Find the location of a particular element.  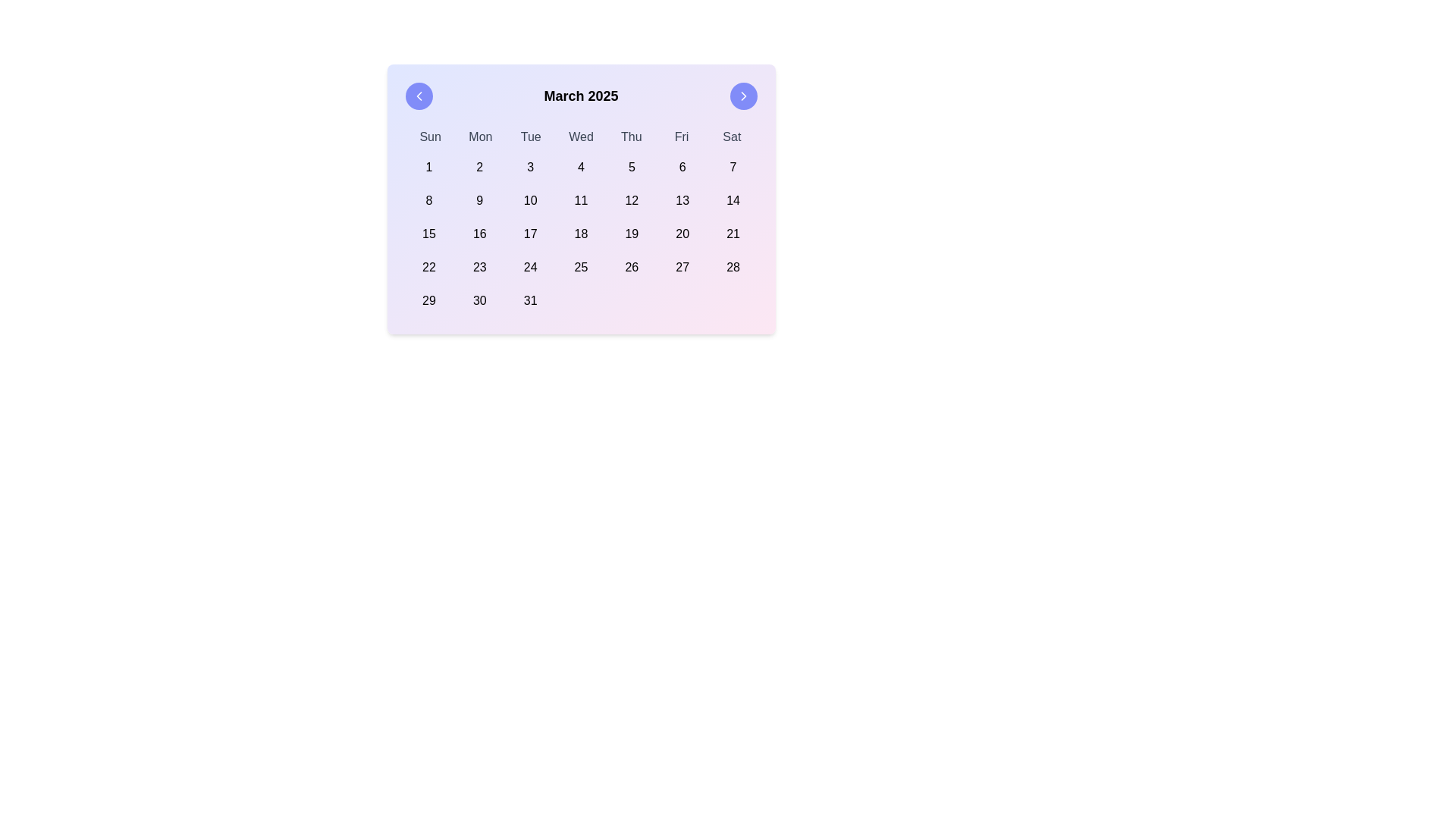

the selectable day button in the first column of the fourth row in the calendar grid is located at coordinates (428, 267).